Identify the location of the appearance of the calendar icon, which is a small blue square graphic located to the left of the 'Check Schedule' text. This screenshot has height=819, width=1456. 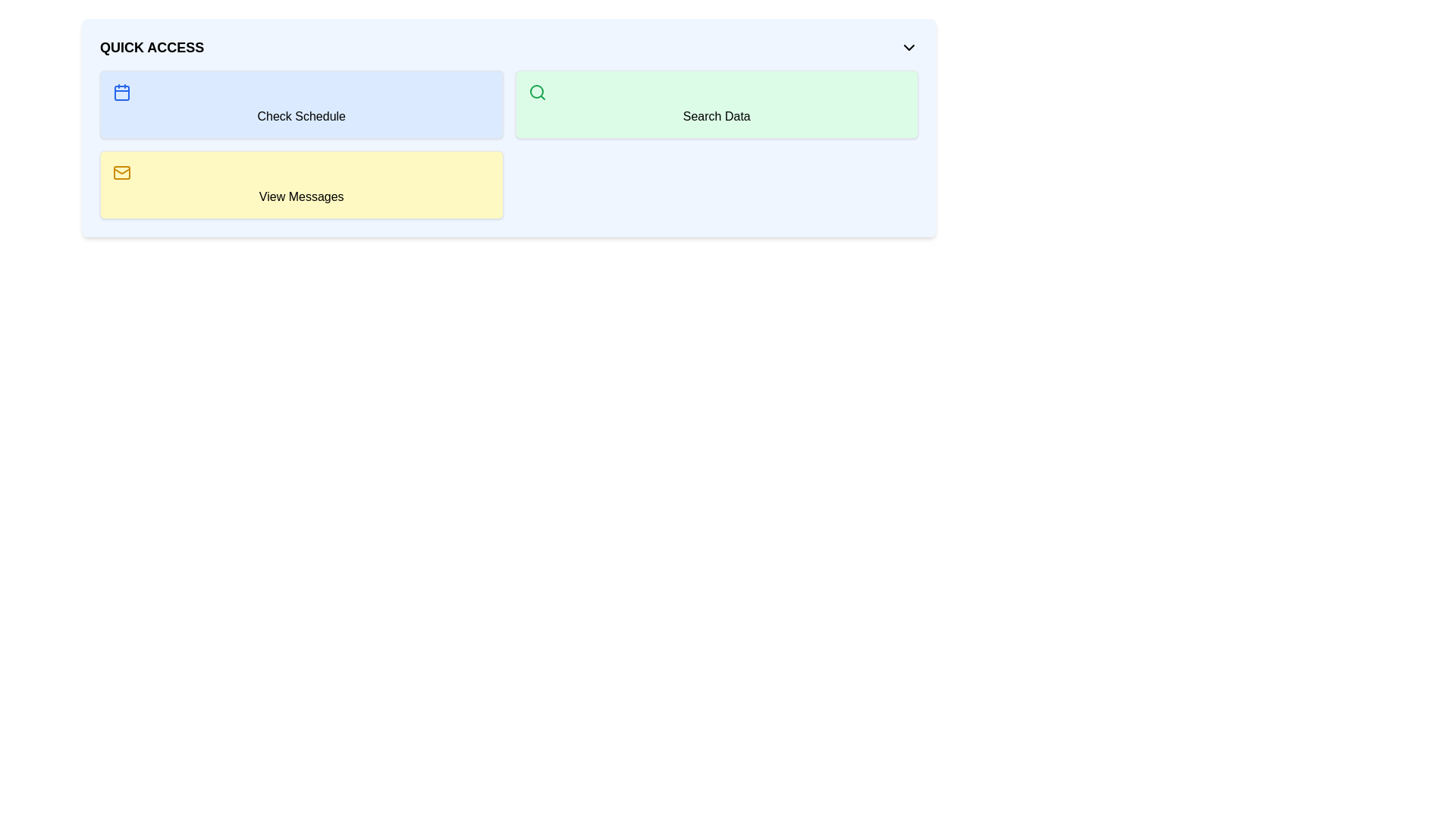
(122, 93).